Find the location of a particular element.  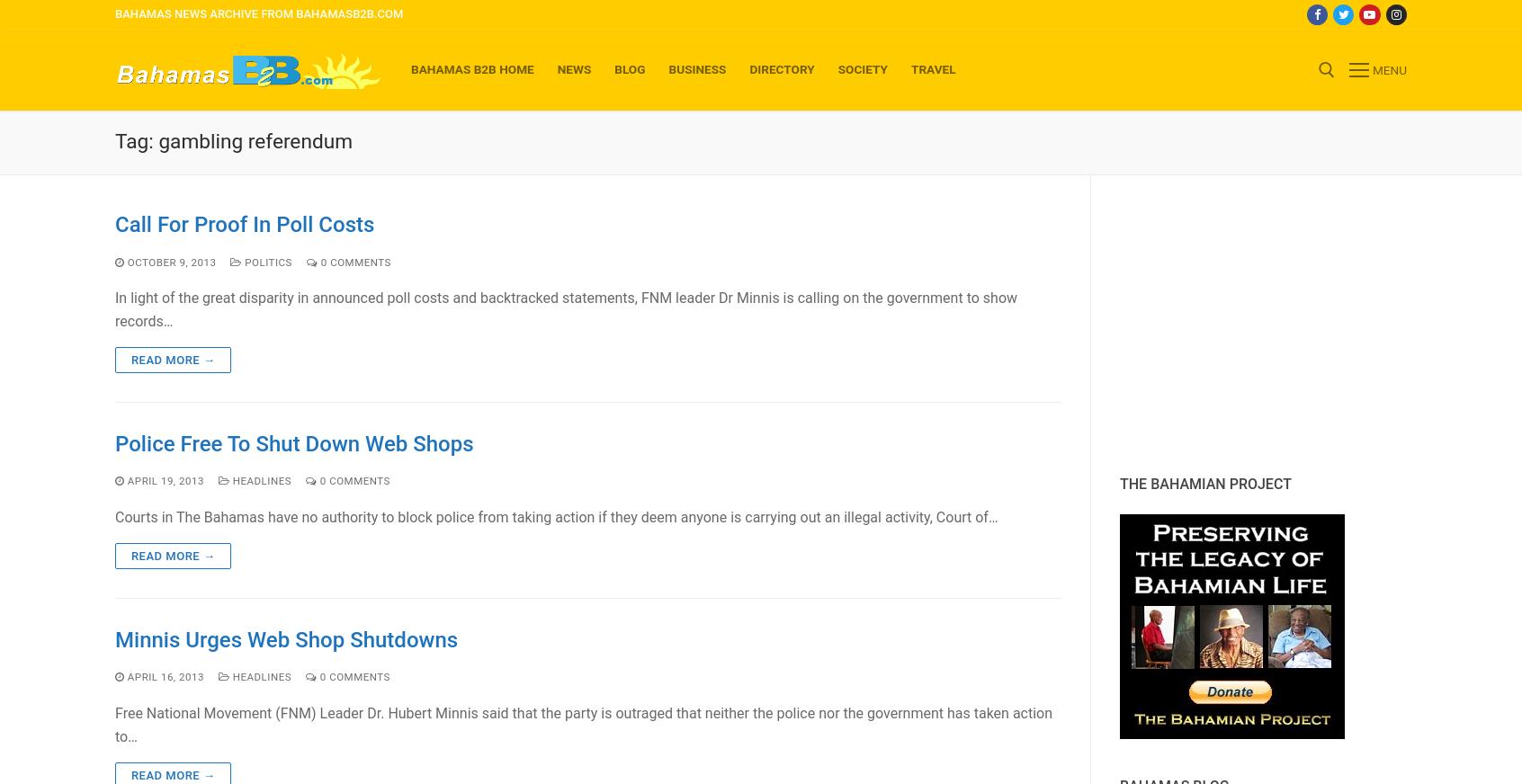

'April 19, 2013' is located at coordinates (164, 479).